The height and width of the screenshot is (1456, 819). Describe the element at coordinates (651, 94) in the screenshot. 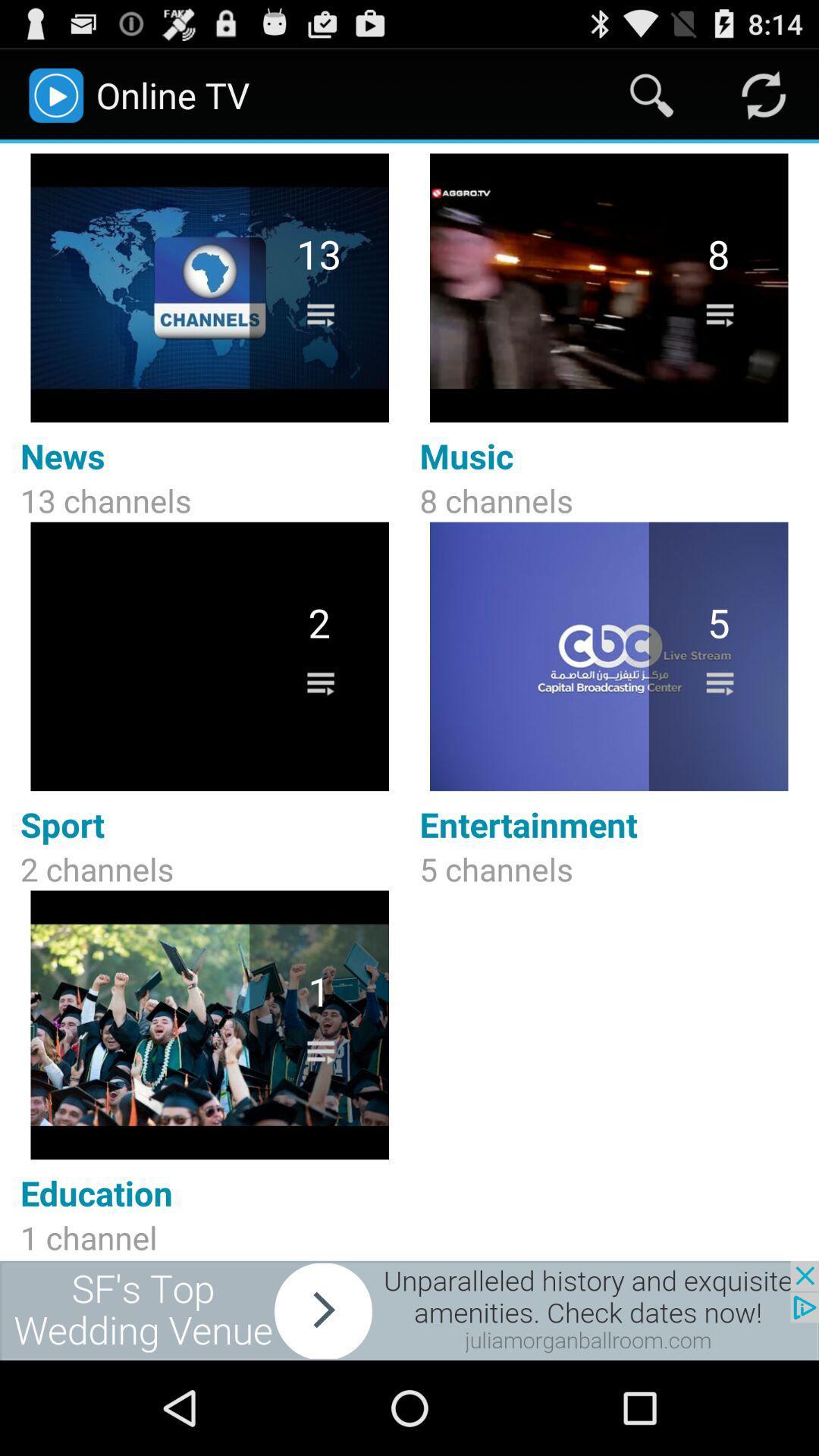

I see `search option` at that location.